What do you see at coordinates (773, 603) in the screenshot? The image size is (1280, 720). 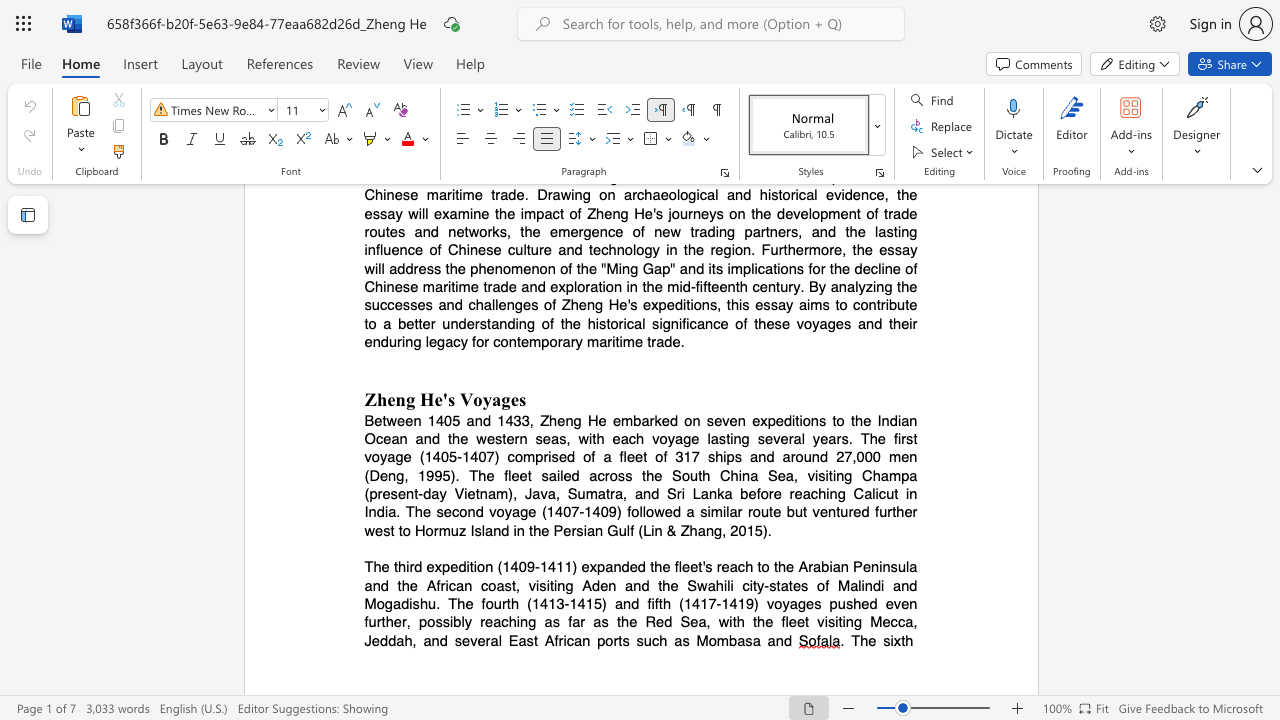 I see `the space between the continuous character "v" and "o" in the text` at bounding box center [773, 603].